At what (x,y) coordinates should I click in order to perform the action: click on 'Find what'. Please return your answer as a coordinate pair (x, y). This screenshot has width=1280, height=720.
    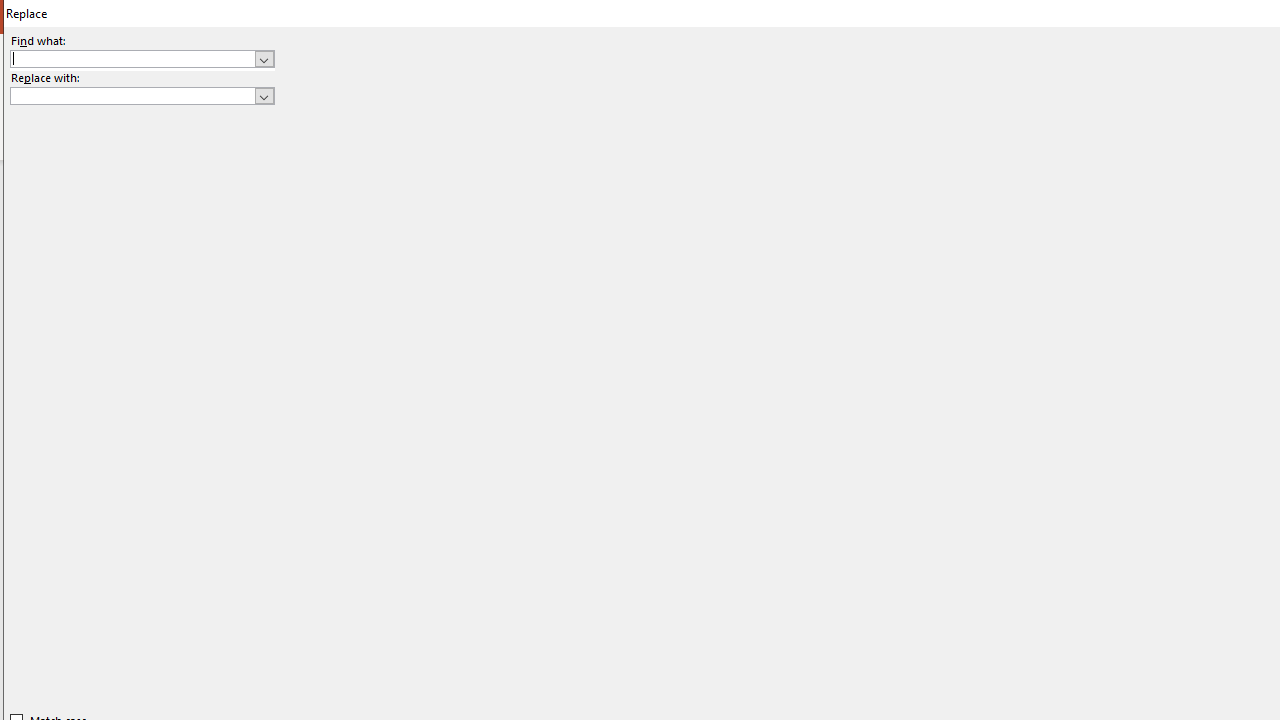
    Looking at the image, I should click on (132, 58).